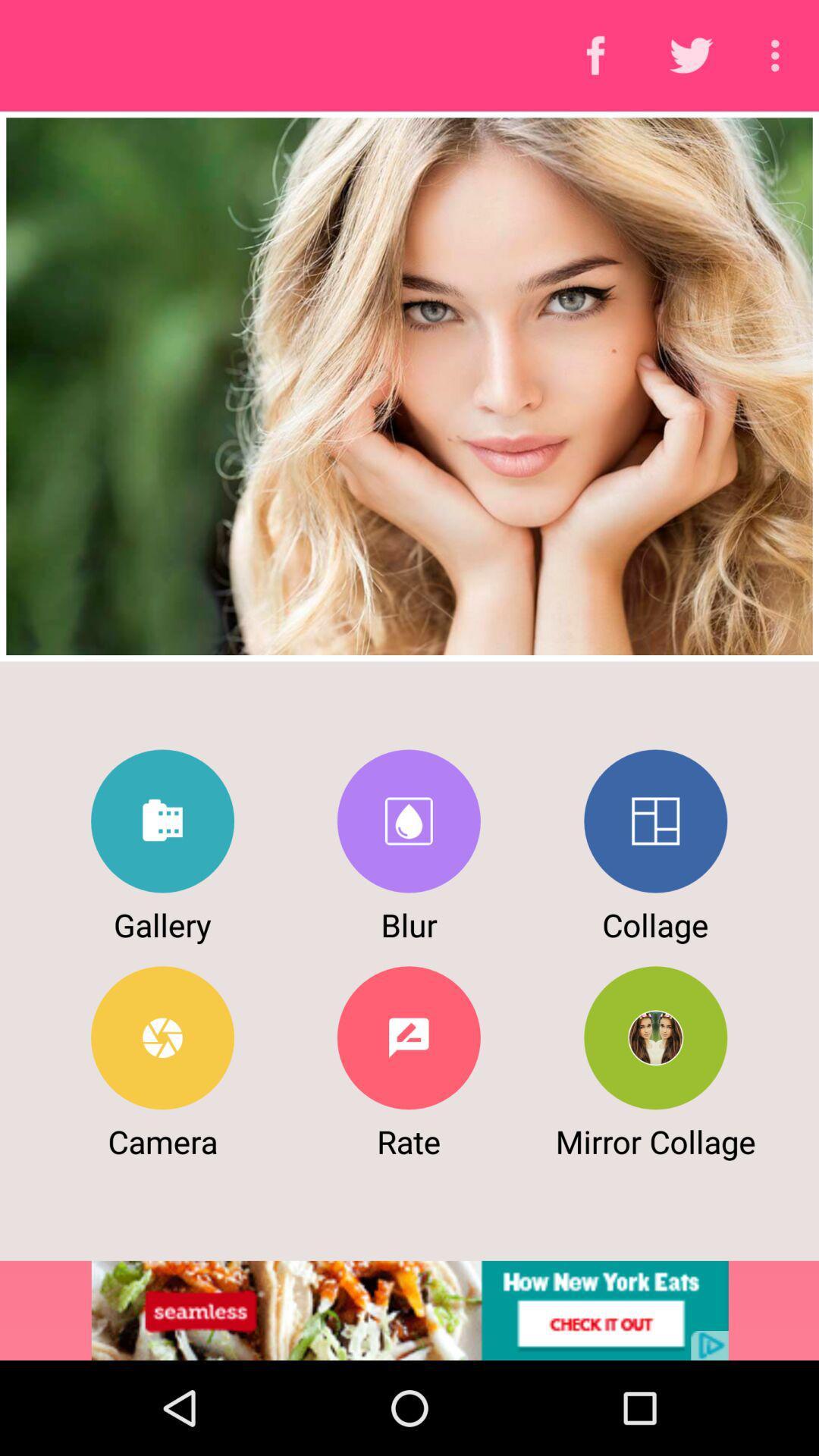 The width and height of the screenshot is (819, 1456). Describe the element at coordinates (162, 821) in the screenshot. I see `to gallery option` at that location.